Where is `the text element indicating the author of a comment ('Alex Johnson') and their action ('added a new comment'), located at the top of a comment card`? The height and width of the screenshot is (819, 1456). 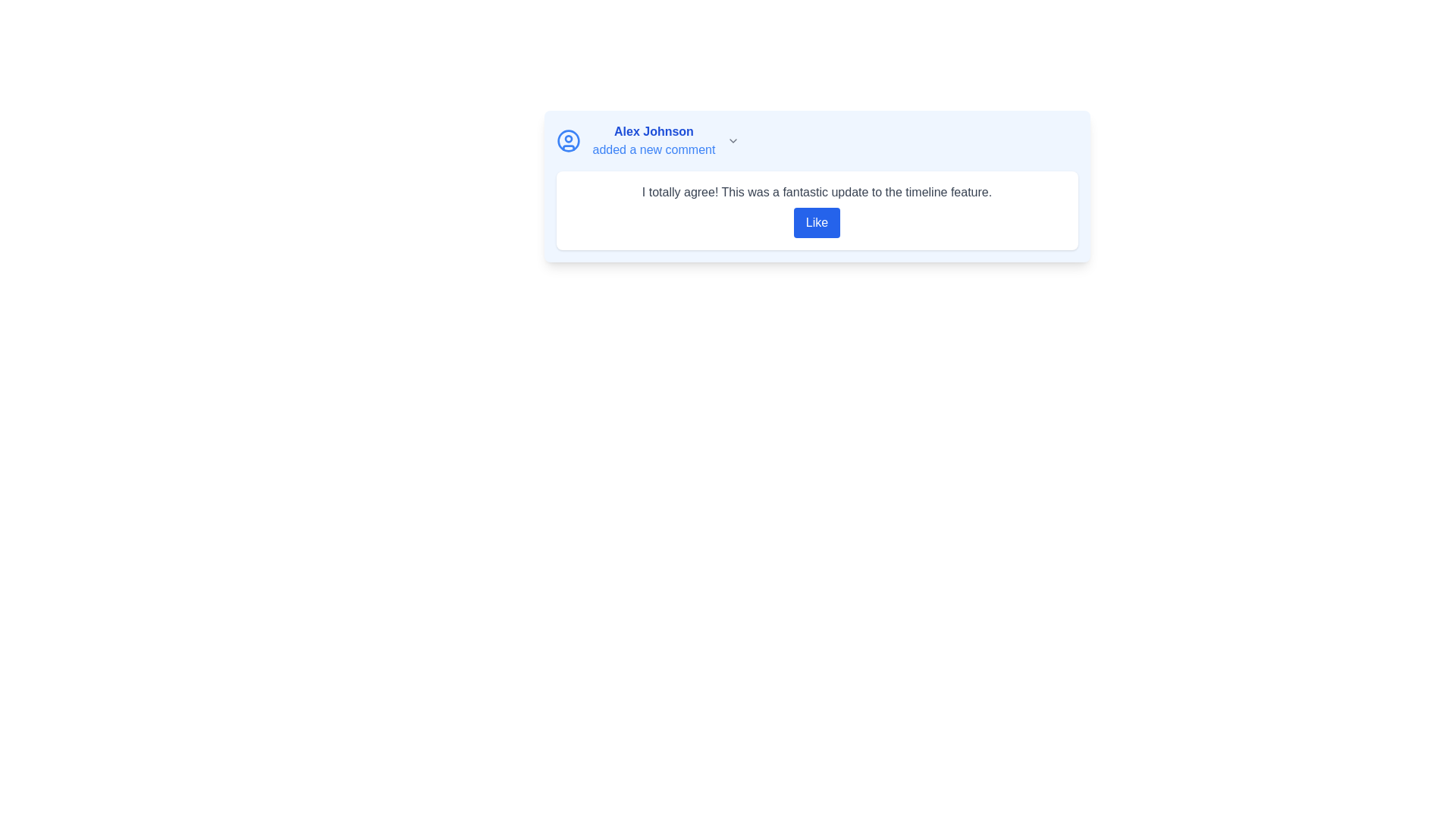
the text element indicating the author of a comment ('Alex Johnson') and their action ('added a new comment'), located at the top of a comment card is located at coordinates (654, 140).